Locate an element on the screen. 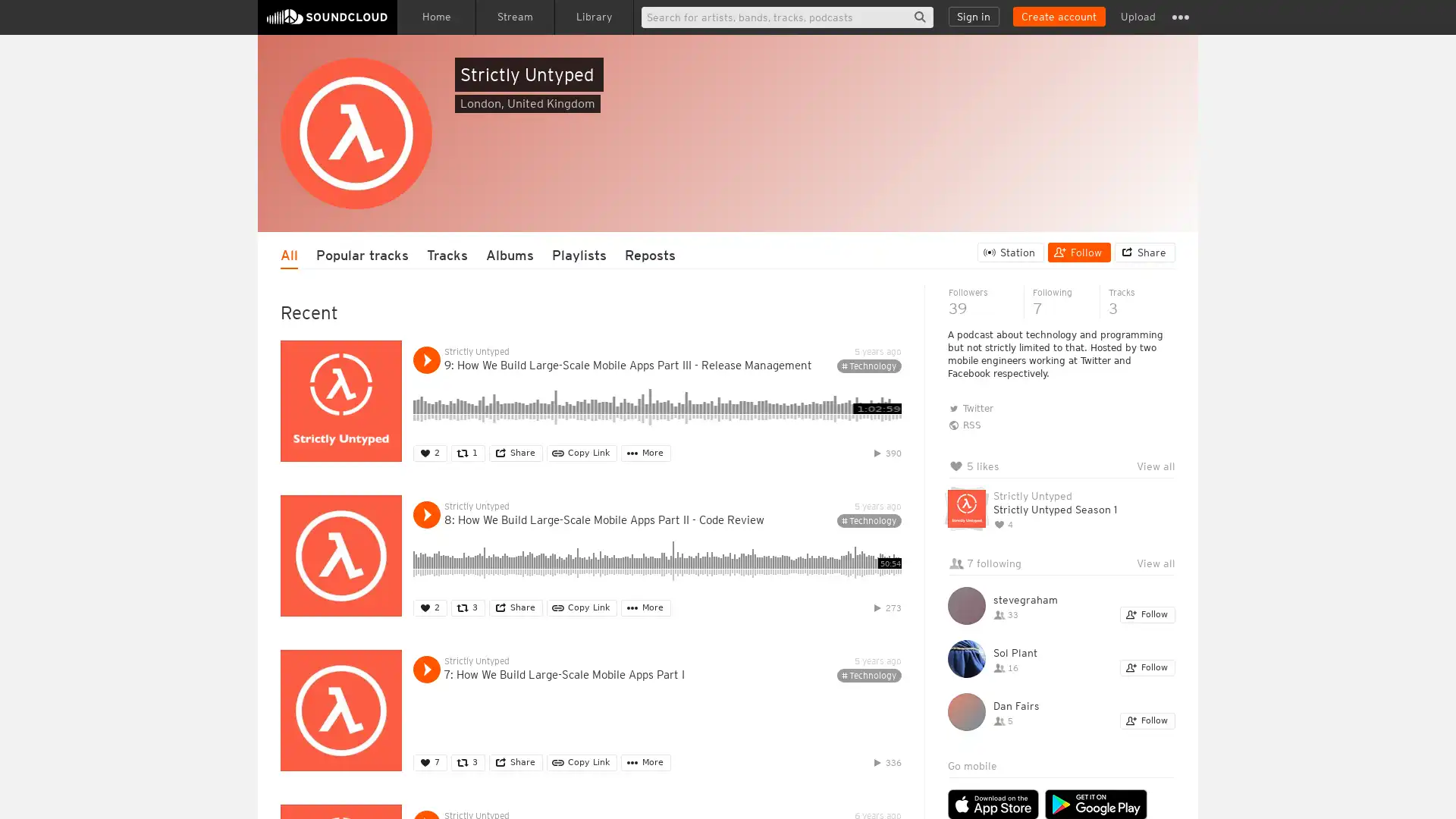 Image resolution: width=1456 pixels, height=819 pixels. Like is located at coordinates (429, 452).